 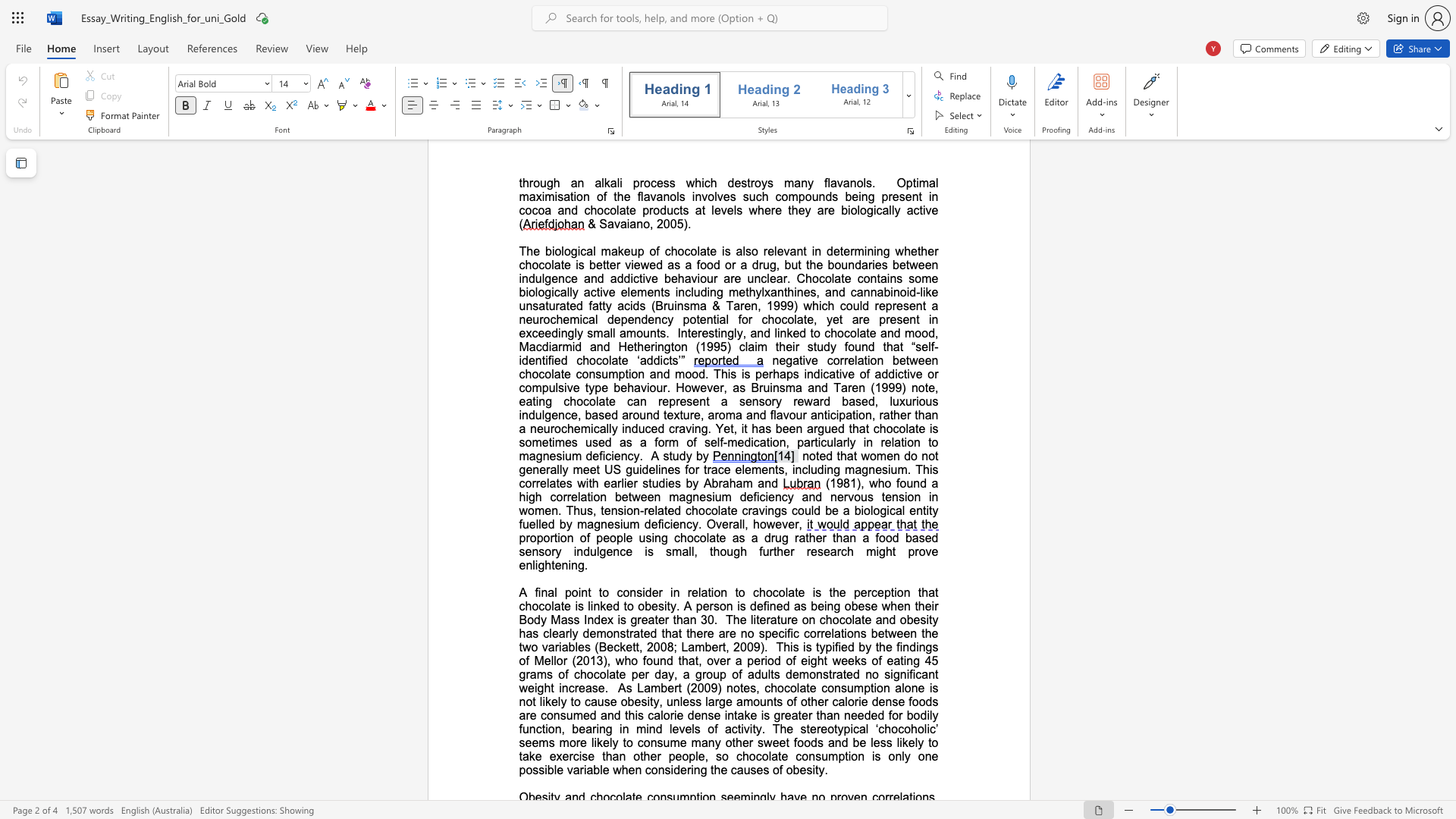 I want to click on the subset text "Inde" within the text "that chocolate is linked to obesity. A person is defined as being obese when their Body Mass Index is greater than 30", so click(x=582, y=620).